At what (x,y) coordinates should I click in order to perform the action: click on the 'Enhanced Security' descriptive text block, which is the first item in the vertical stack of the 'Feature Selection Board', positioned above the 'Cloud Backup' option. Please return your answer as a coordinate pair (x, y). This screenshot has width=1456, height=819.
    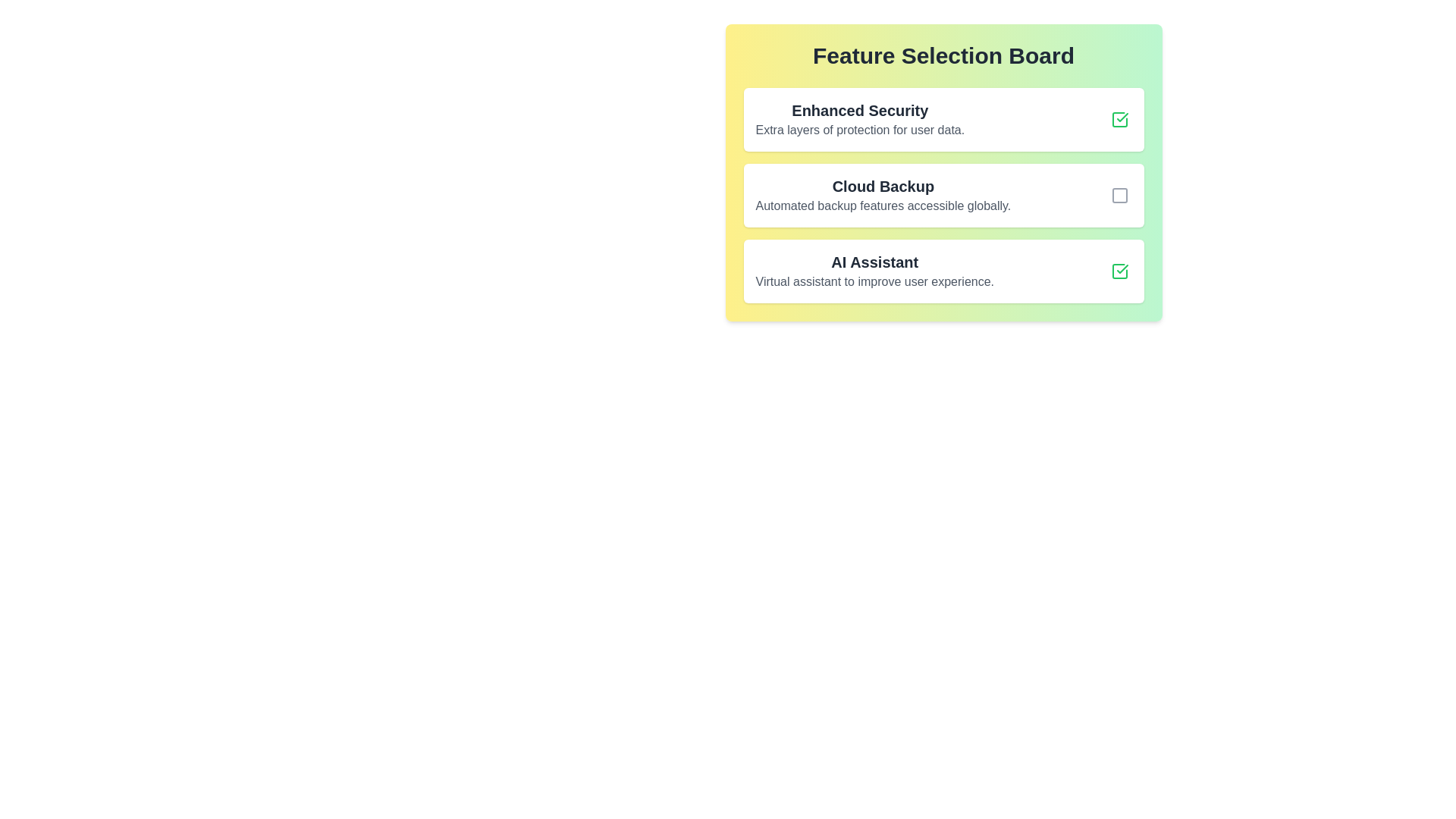
    Looking at the image, I should click on (860, 119).